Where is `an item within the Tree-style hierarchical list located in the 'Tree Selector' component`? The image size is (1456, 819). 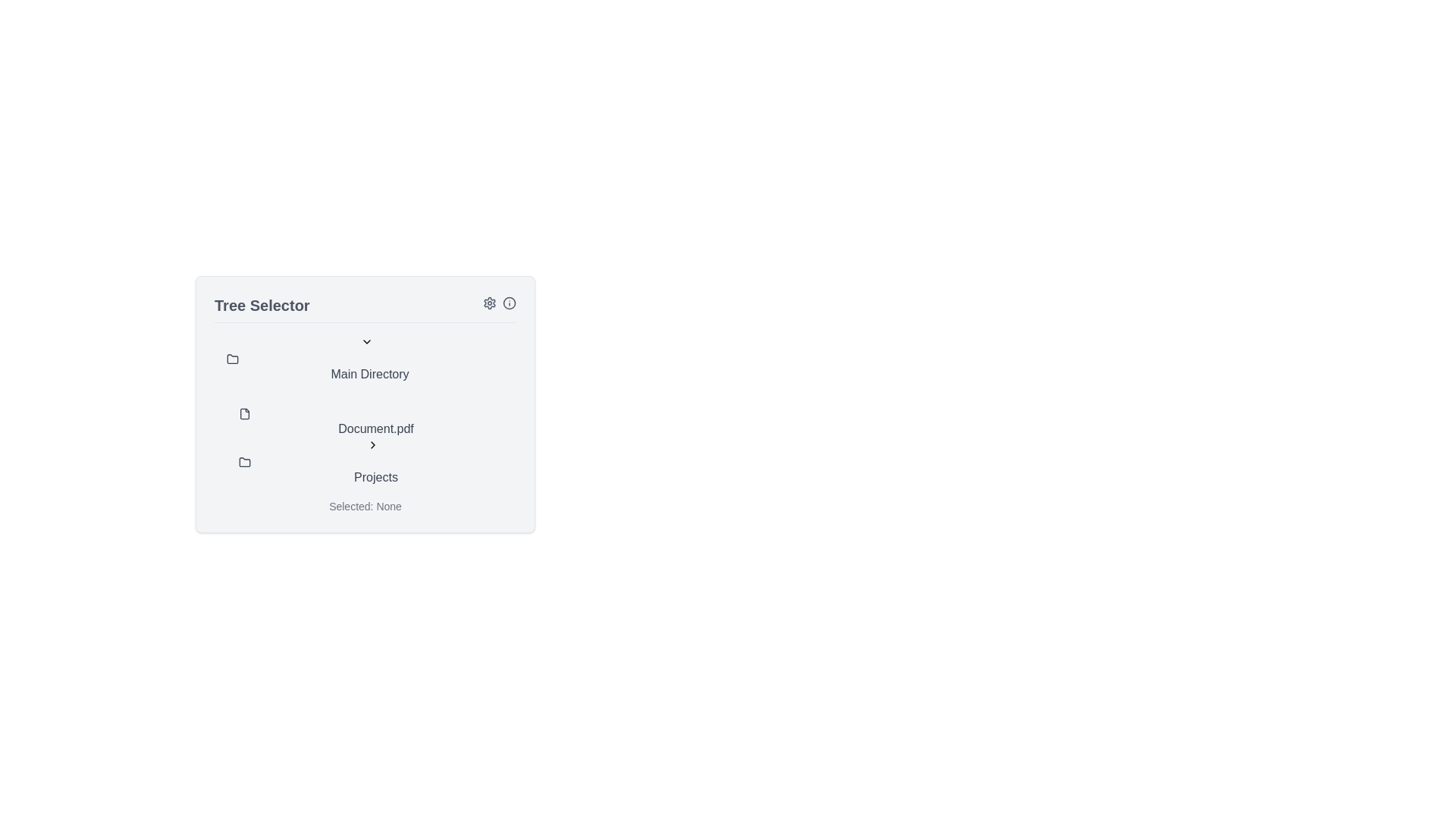
an item within the Tree-style hierarchical list located in the 'Tree Selector' component is located at coordinates (365, 411).